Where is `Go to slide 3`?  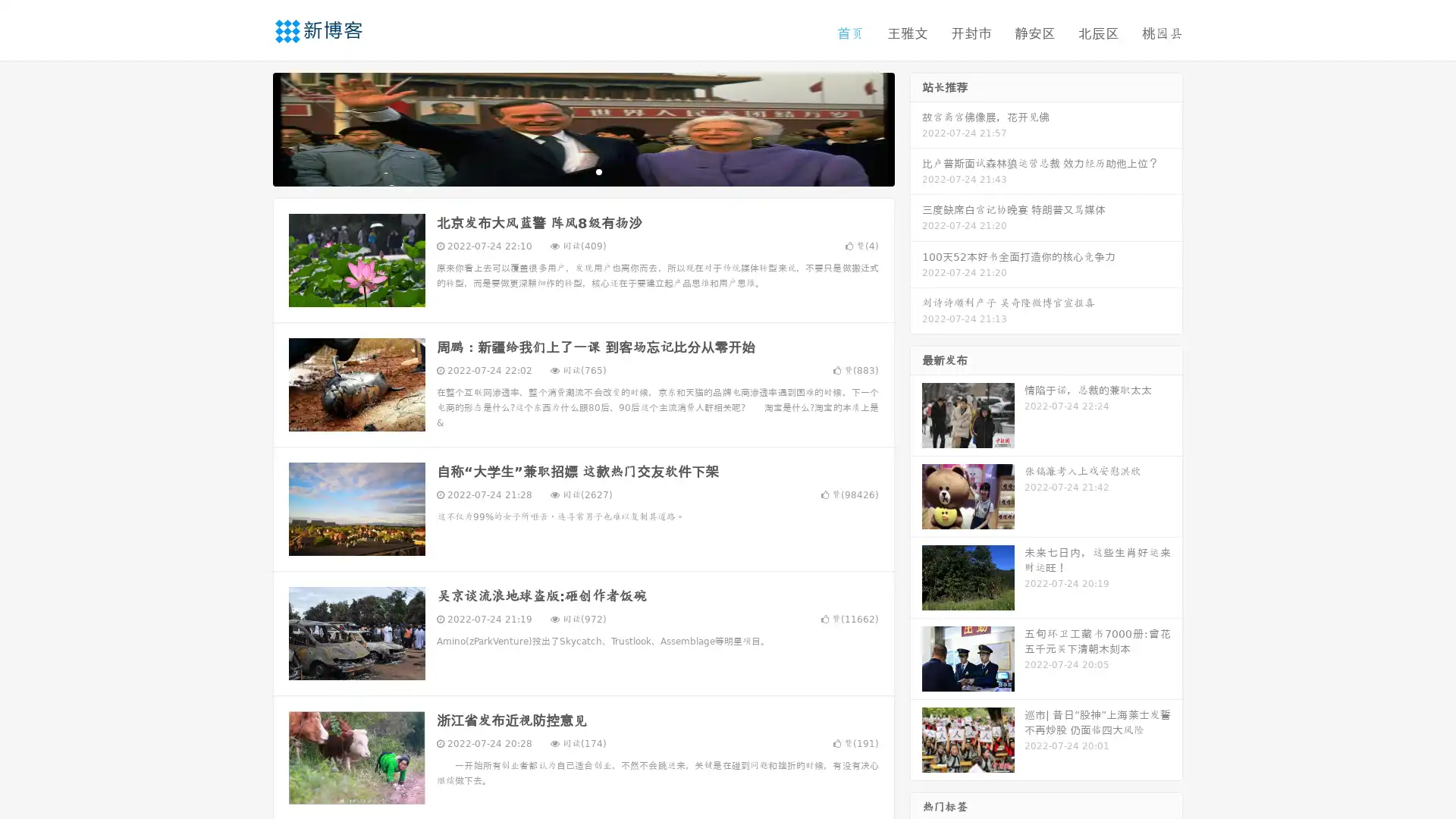
Go to slide 3 is located at coordinates (598, 171).